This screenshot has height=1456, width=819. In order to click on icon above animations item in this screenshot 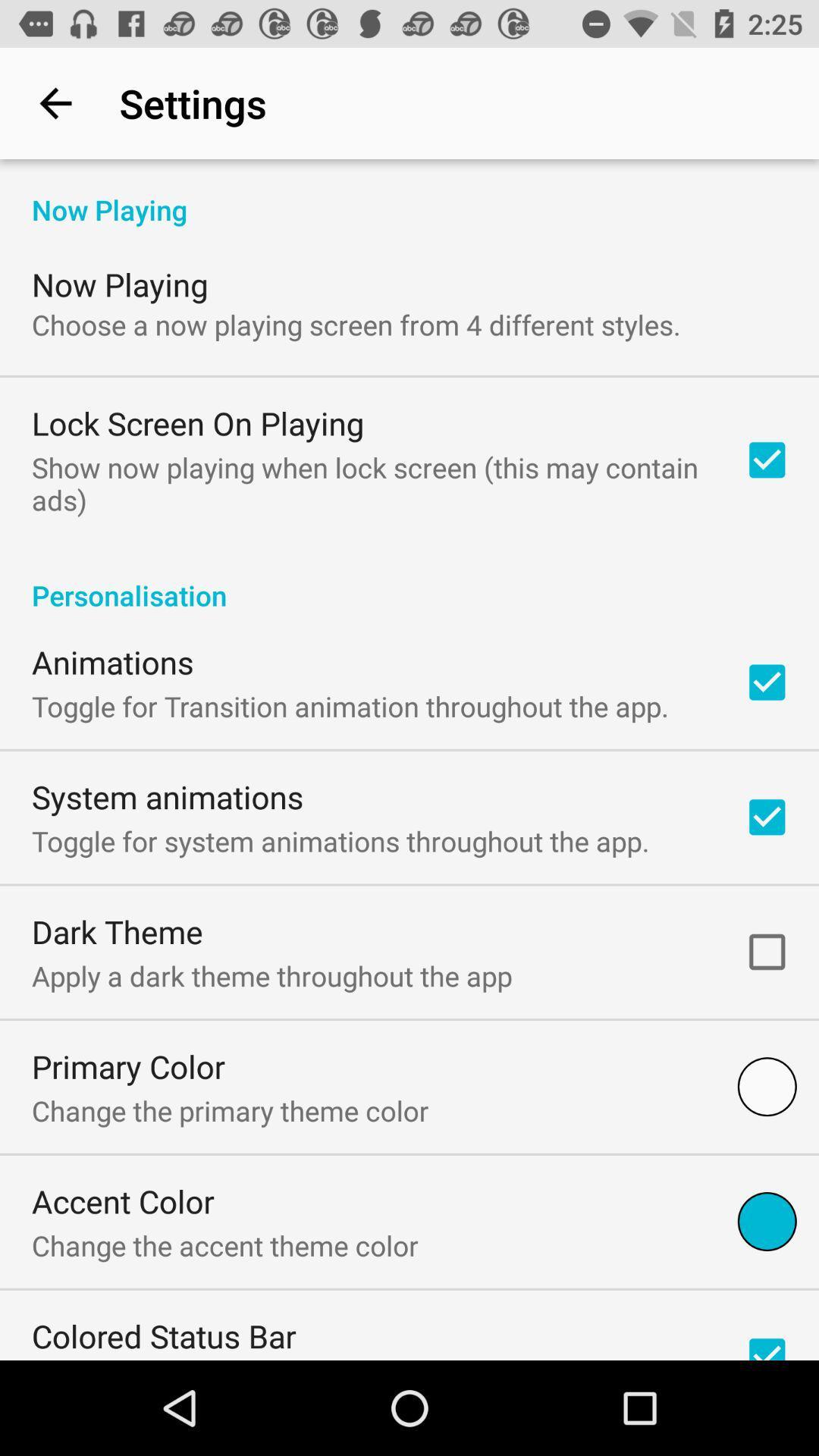, I will do `click(409, 579)`.